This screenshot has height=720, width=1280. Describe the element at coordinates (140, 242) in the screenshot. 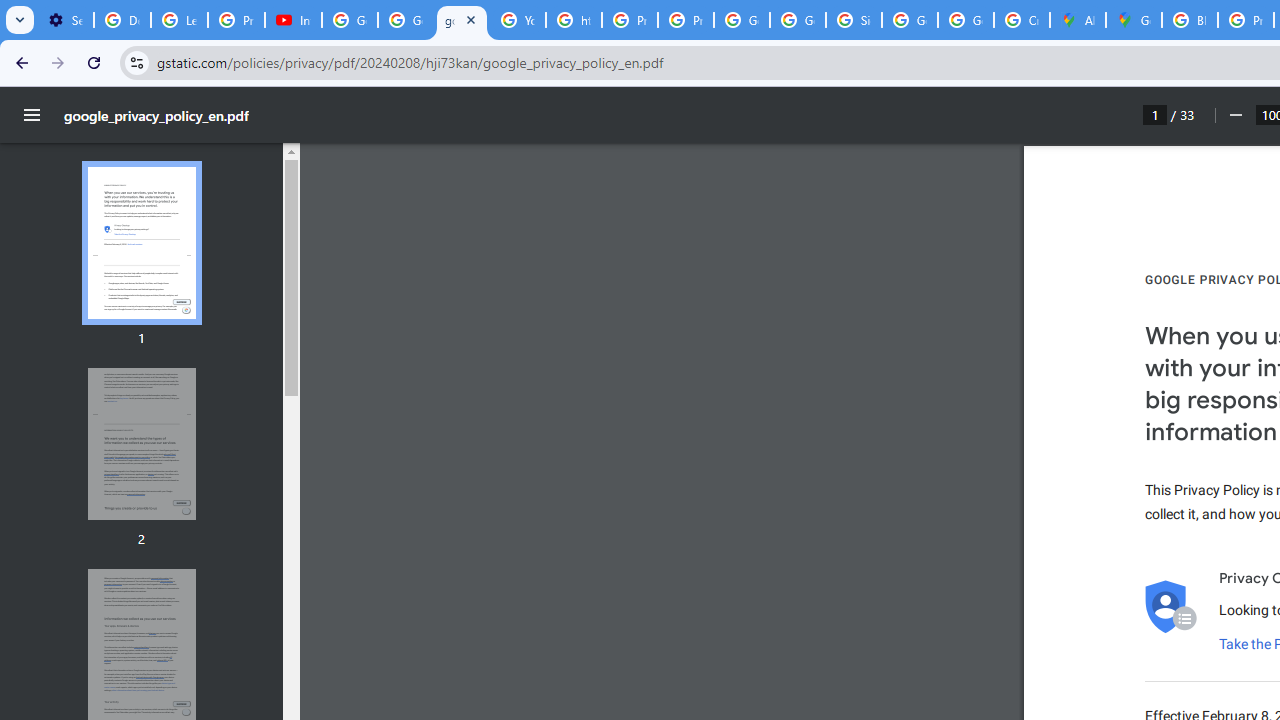

I see `'Thumbnail for page 1'` at that location.